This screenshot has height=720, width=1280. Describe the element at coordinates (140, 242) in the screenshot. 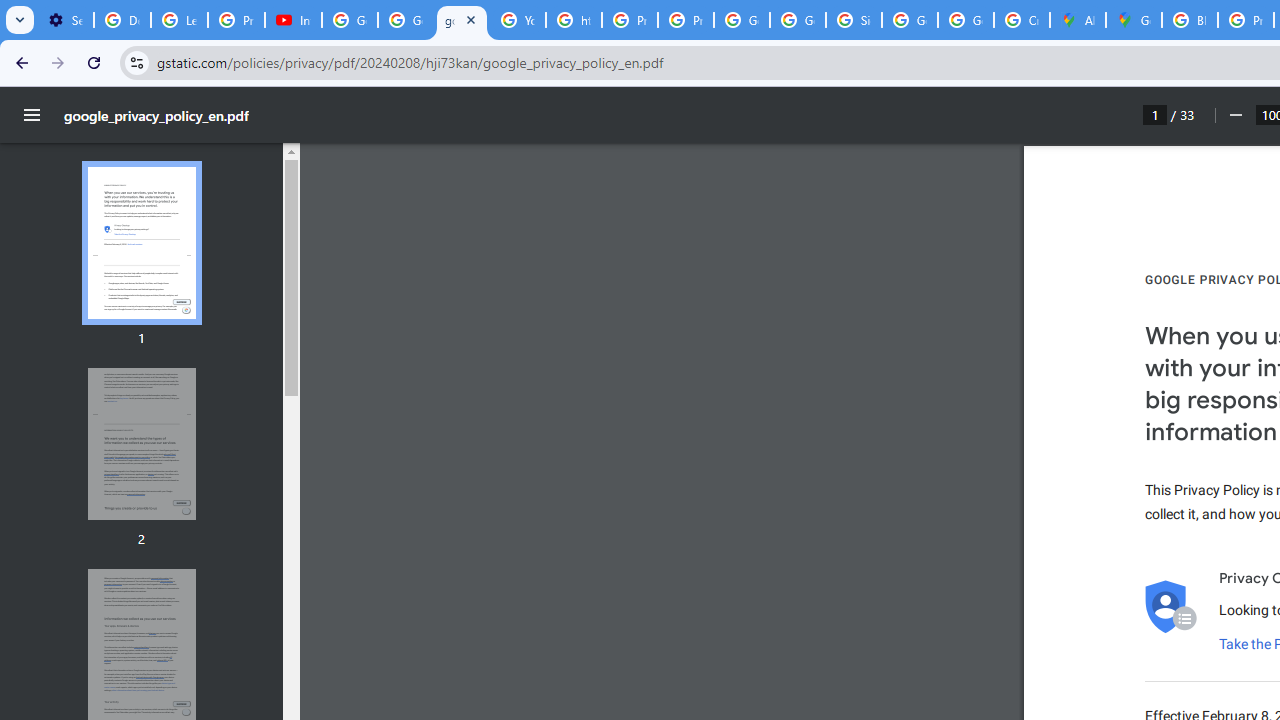

I see `'Thumbnail for page 1'` at that location.